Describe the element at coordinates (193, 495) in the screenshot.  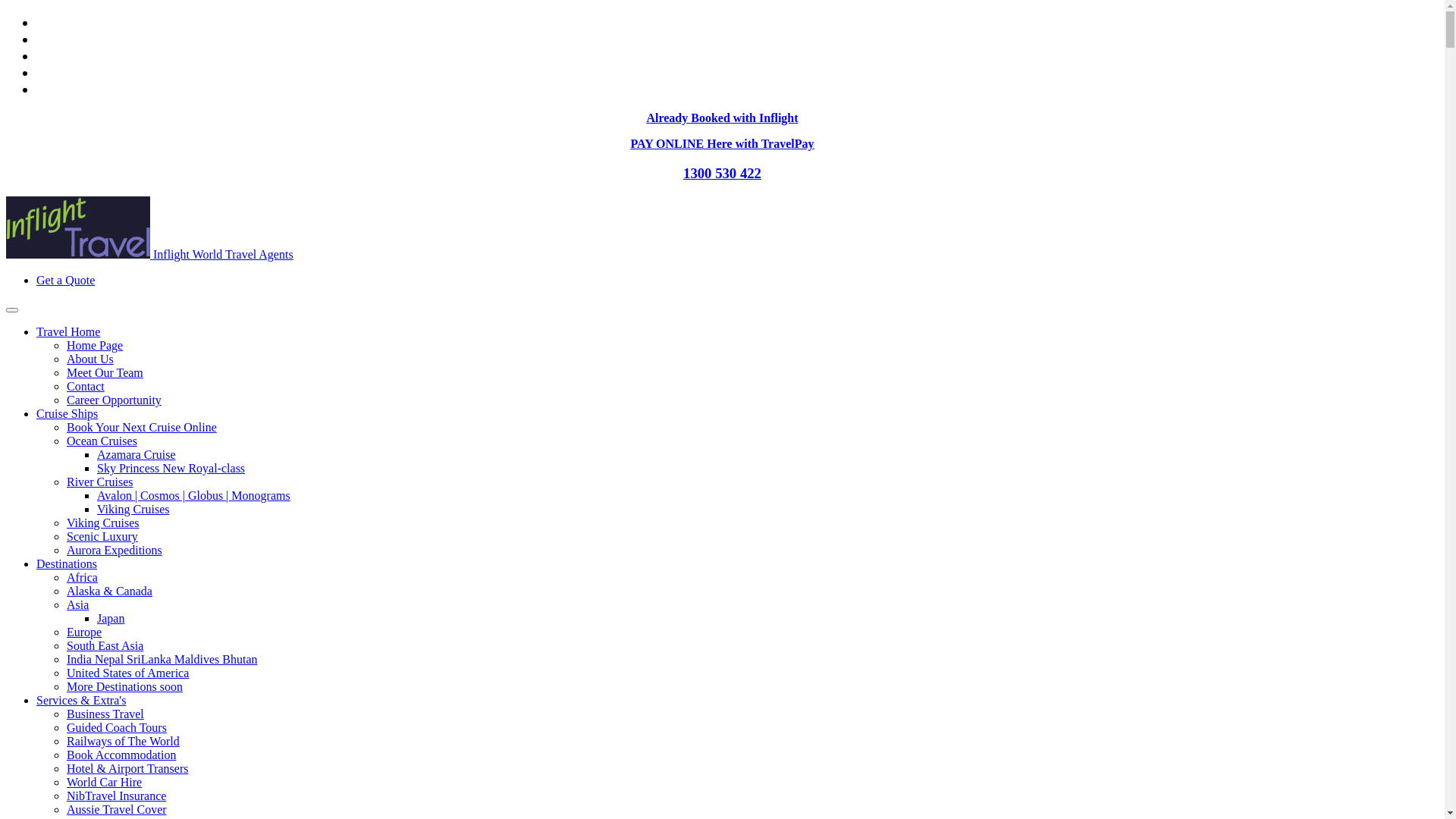
I see `'Avalon | Cosmos | Globus | Monograms'` at that location.